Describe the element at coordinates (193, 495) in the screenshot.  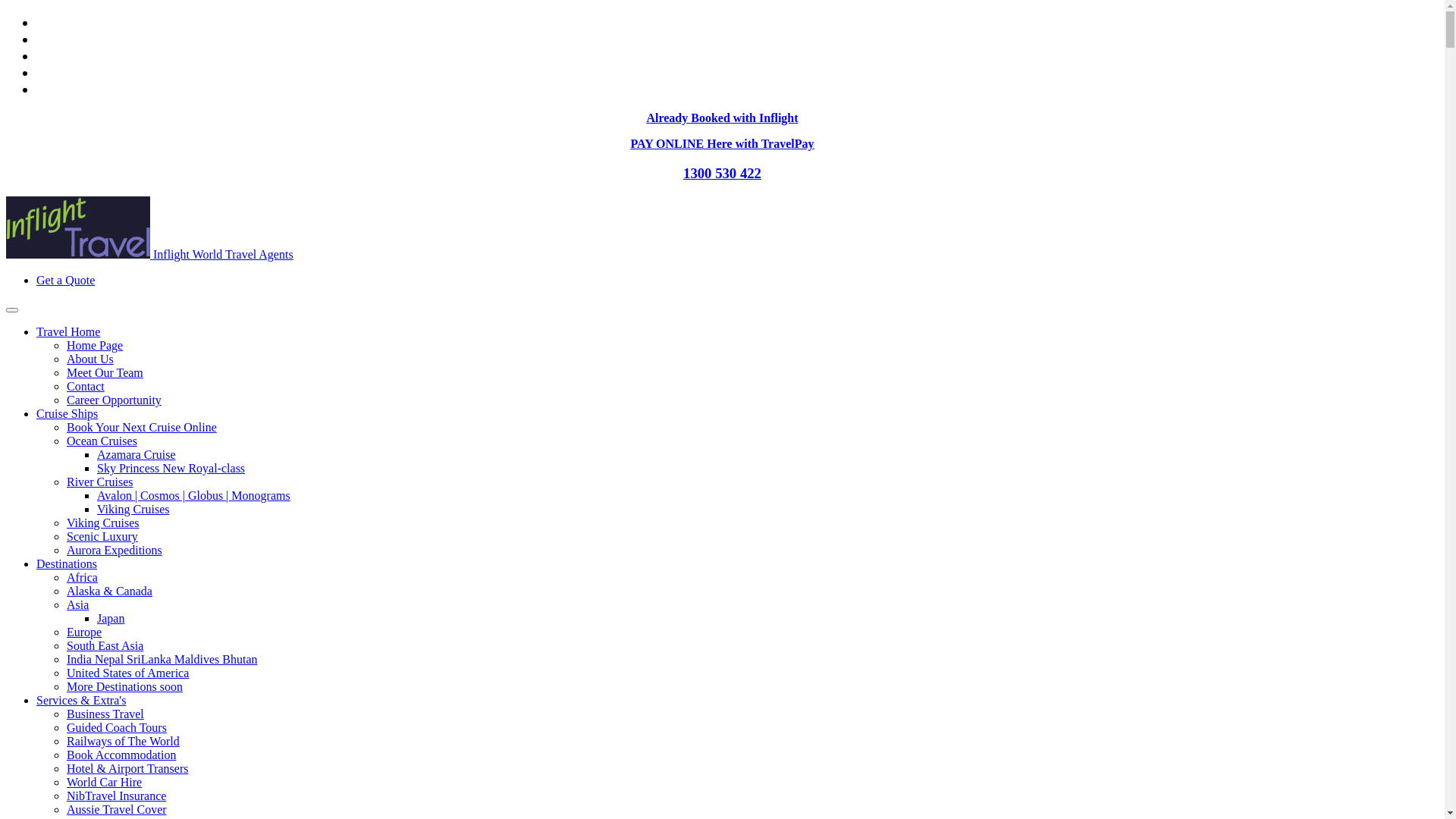
I see `'Avalon | Cosmos | Globus | Monograms'` at that location.